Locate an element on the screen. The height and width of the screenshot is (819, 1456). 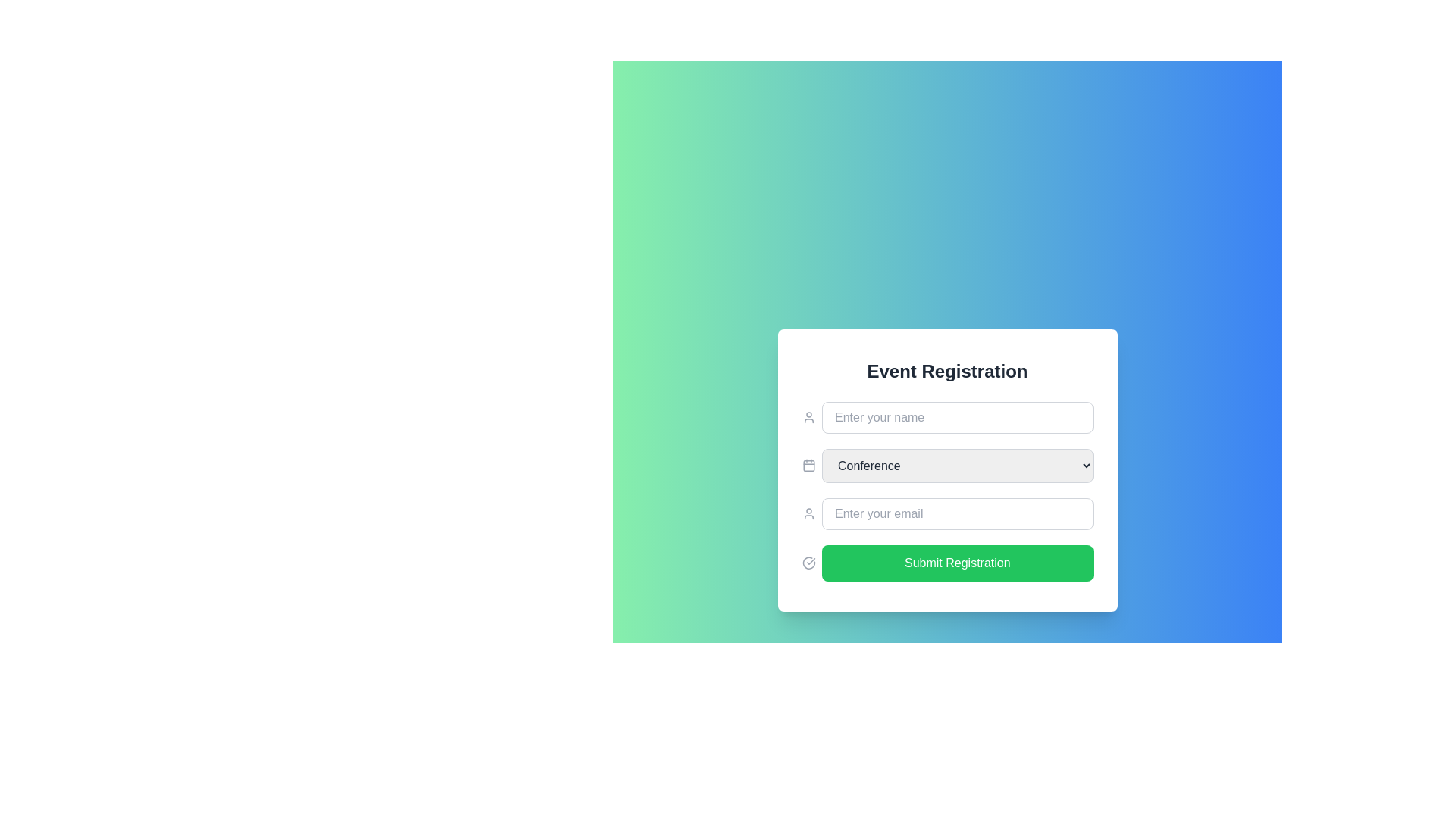
the dropdown menu that is styled with borders and a rounded rectangle shape, displaying 'Conference' as the selected option is located at coordinates (956, 464).